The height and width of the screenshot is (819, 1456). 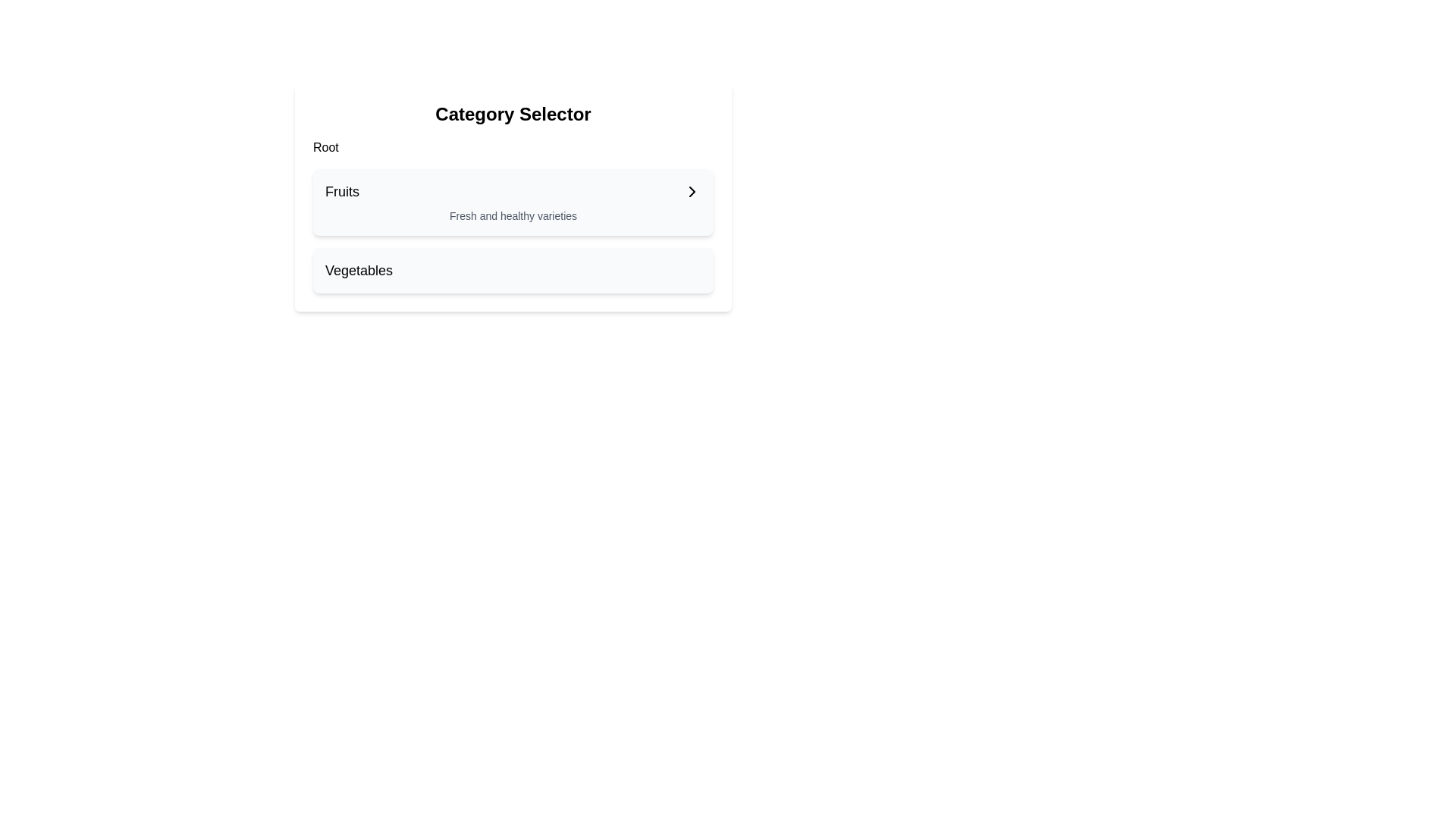 What do you see at coordinates (341, 191) in the screenshot?
I see `the static text label displaying the word 'Fruits', which is part of a category selection interface and is located to the left of an arrow icon` at bounding box center [341, 191].